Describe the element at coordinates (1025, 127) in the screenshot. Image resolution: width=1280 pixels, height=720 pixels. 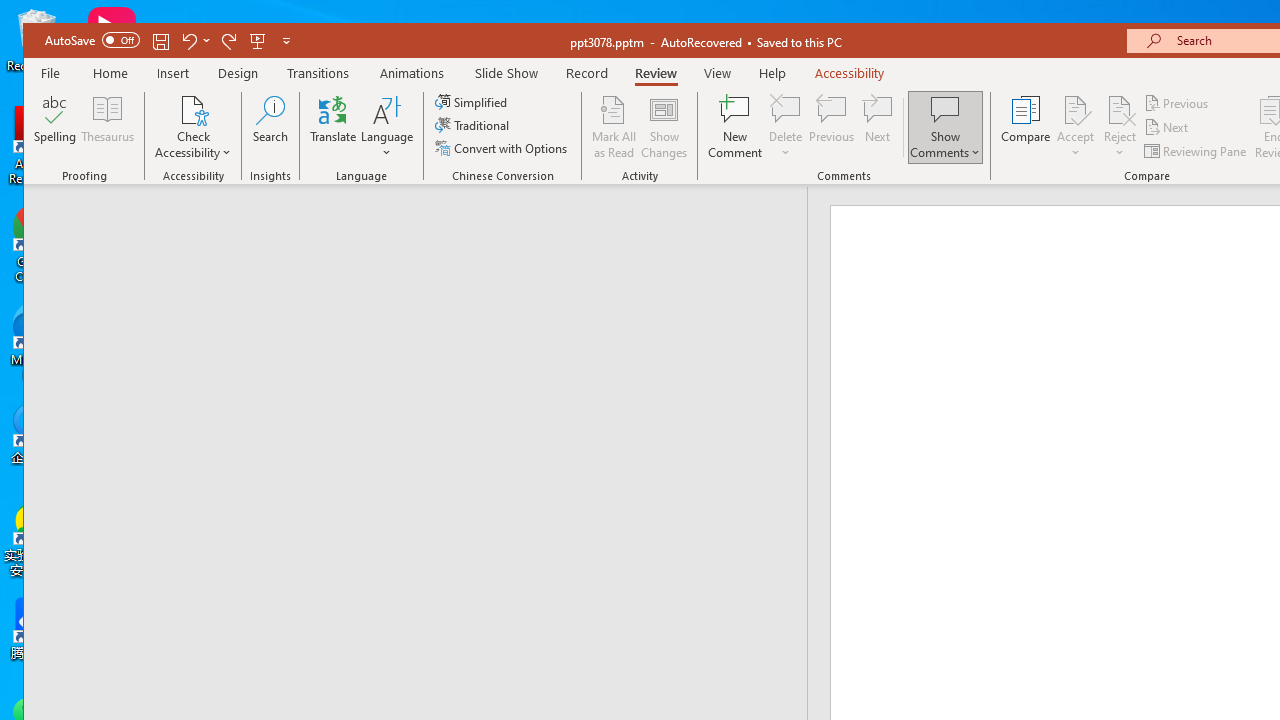
I see `'Compare'` at that location.